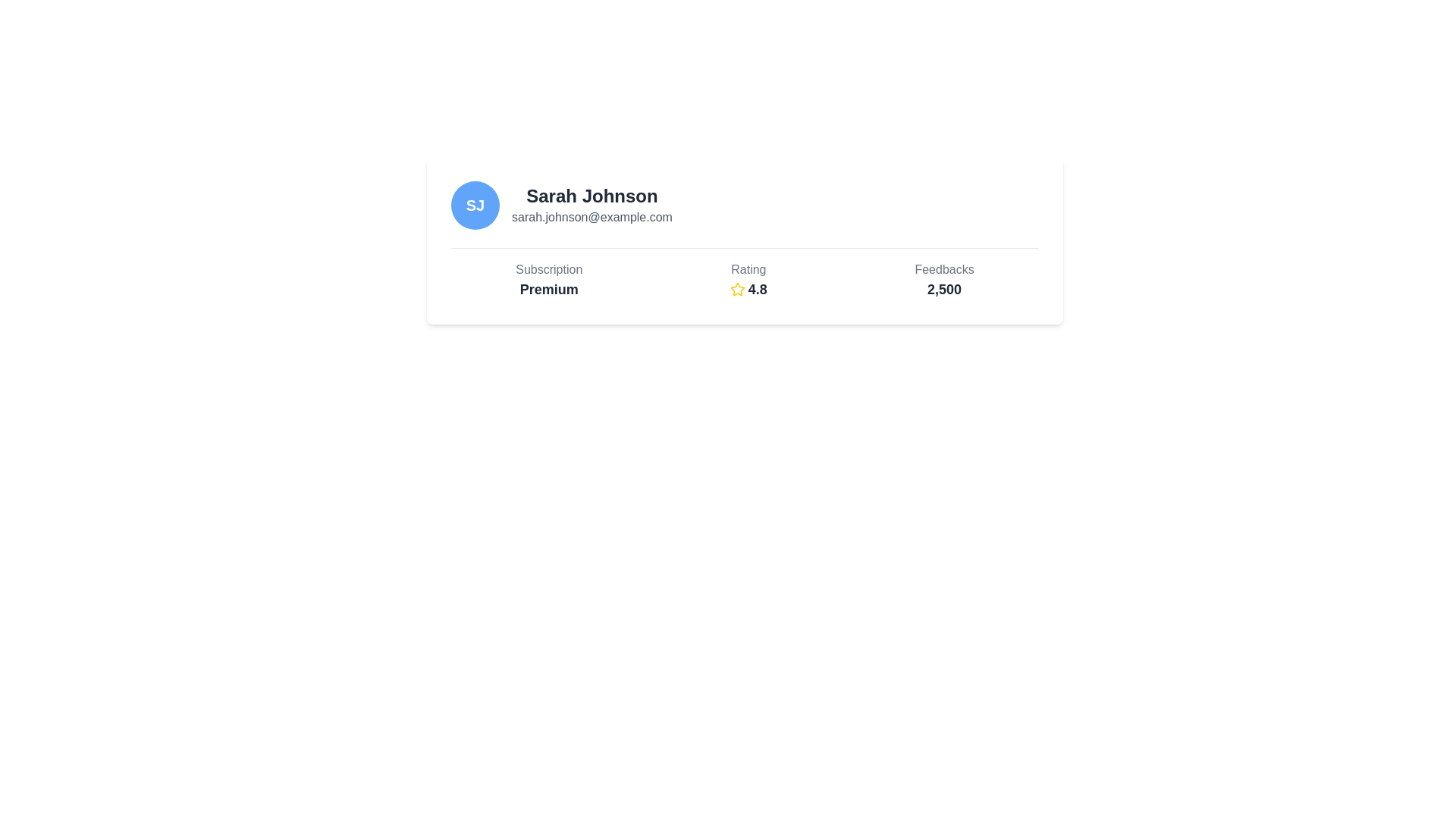 The image size is (1456, 819). Describe the element at coordinates (943, 281) in the screenshot. I see `value displayed in the static Text Display that shows the total number of feedbacks received, located in the rightmost section of the layout` at that location.